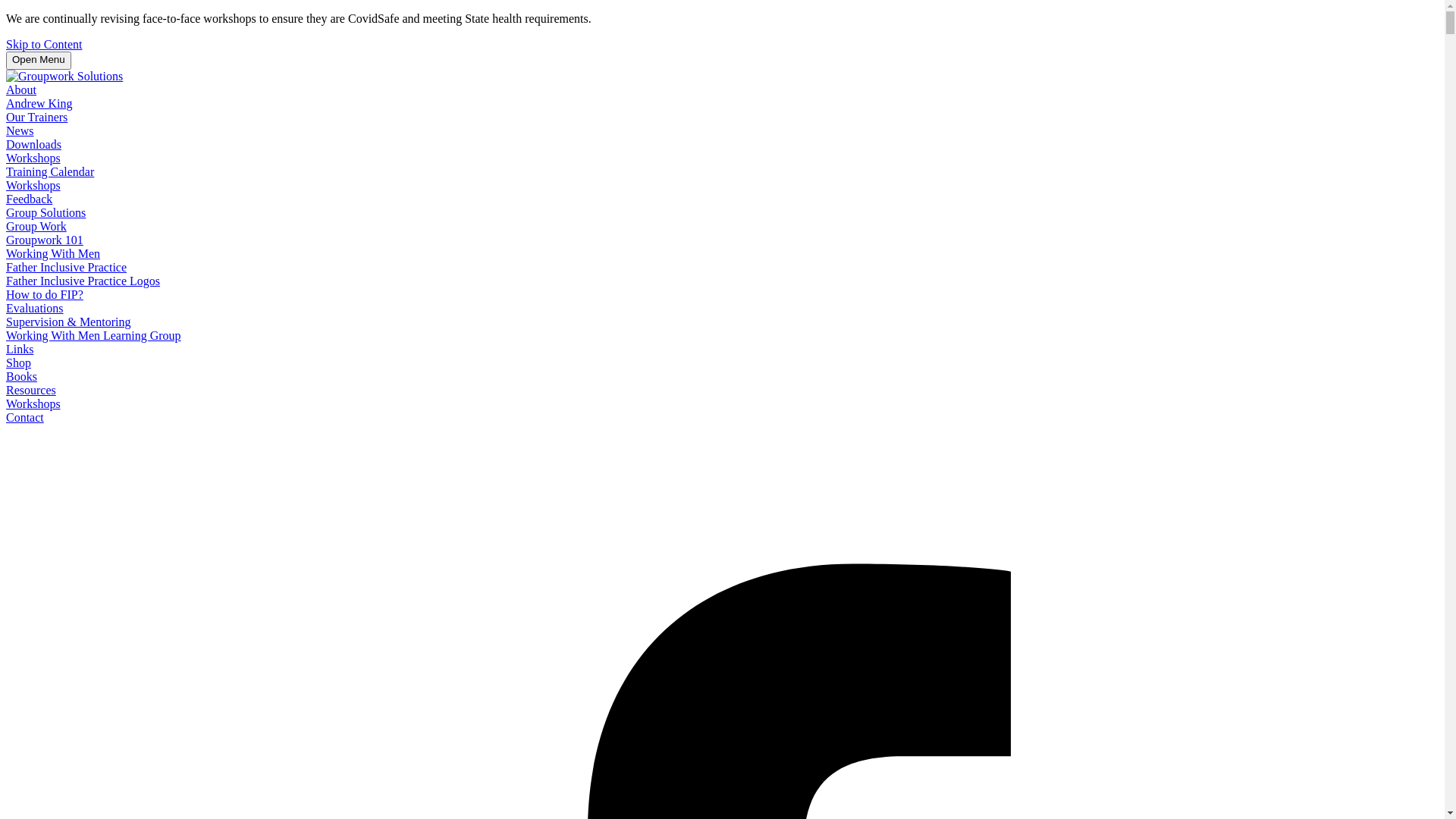 Image resolution: width=1456 pixels, height=819 pixels. What do you see at coordinates (67, 321) in the screenshot?
I see `'Supervision & Mentoring'` at bounding box center [67, 321].